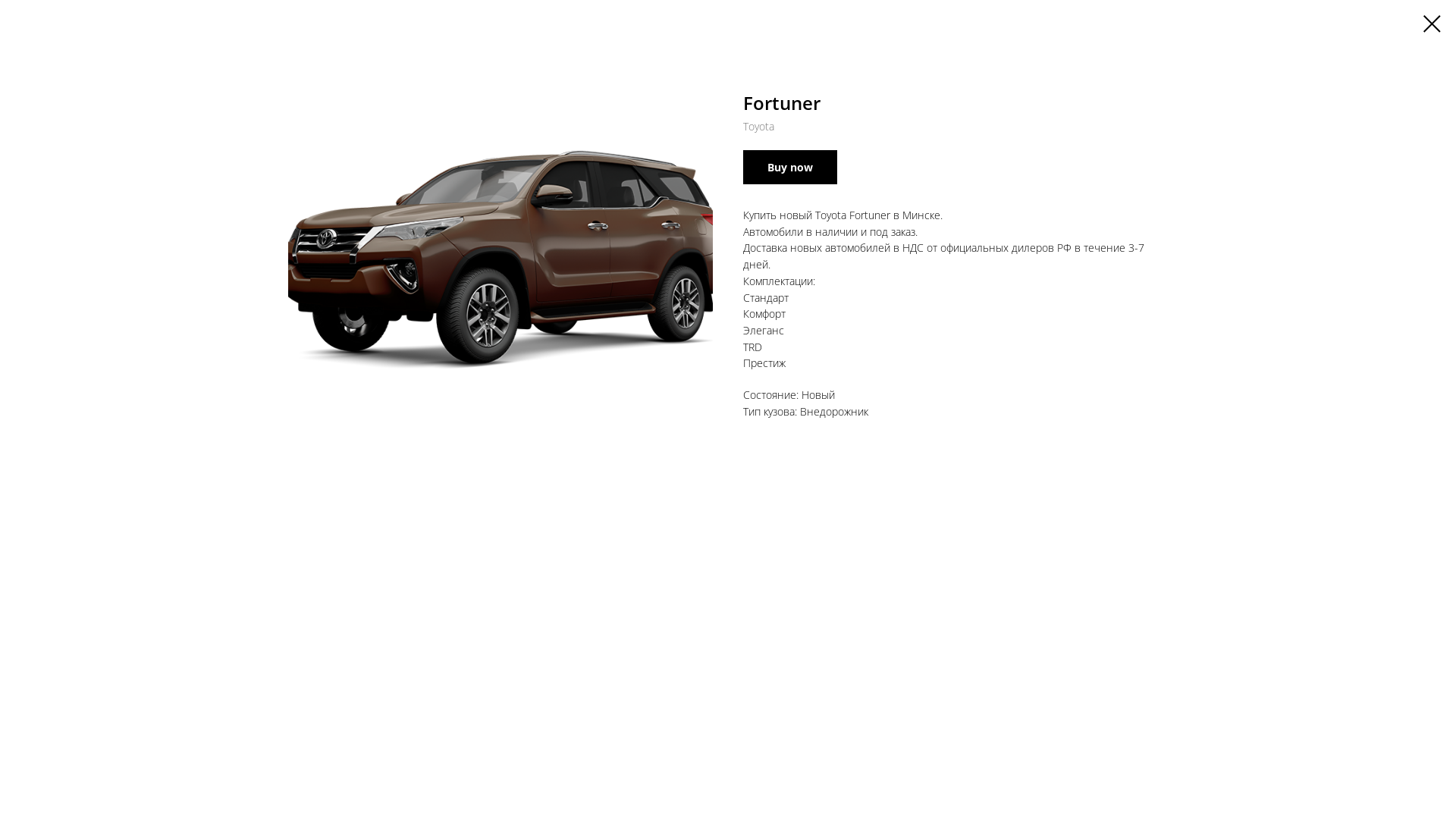  Describe the element at coordinates (789, 167) in the screenshot. I see `'Buy now'` at that location.